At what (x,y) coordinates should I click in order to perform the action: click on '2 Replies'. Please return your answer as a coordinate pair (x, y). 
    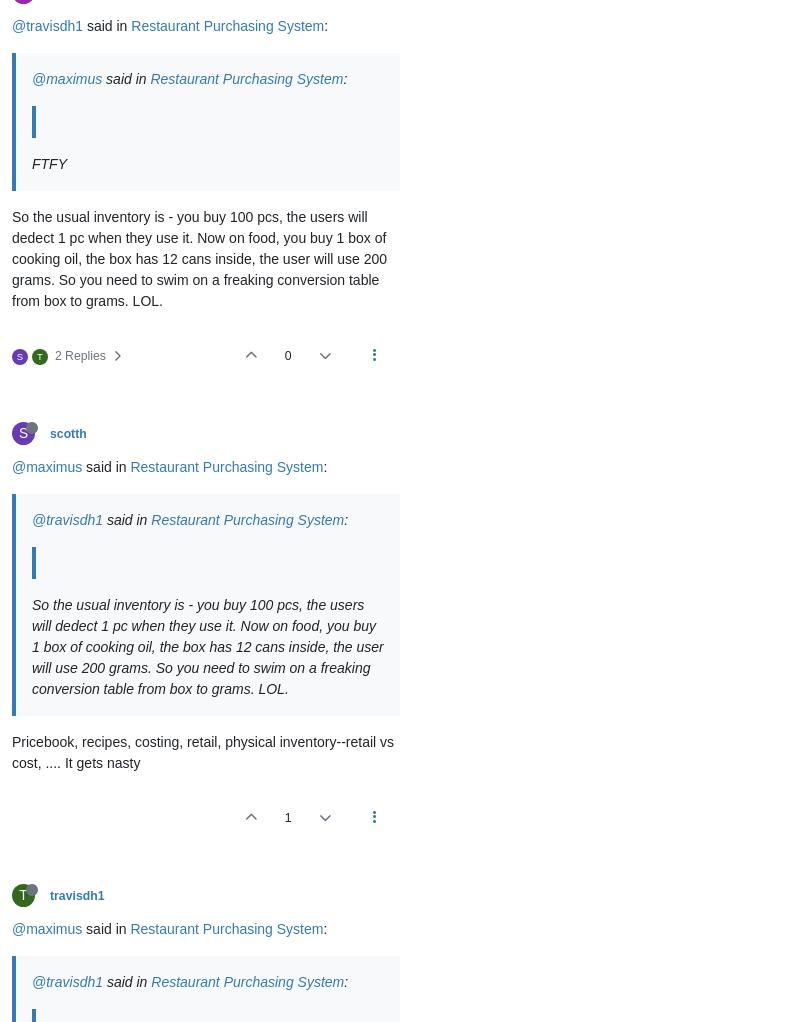
    Looking at the image, I should click on (53, 355).